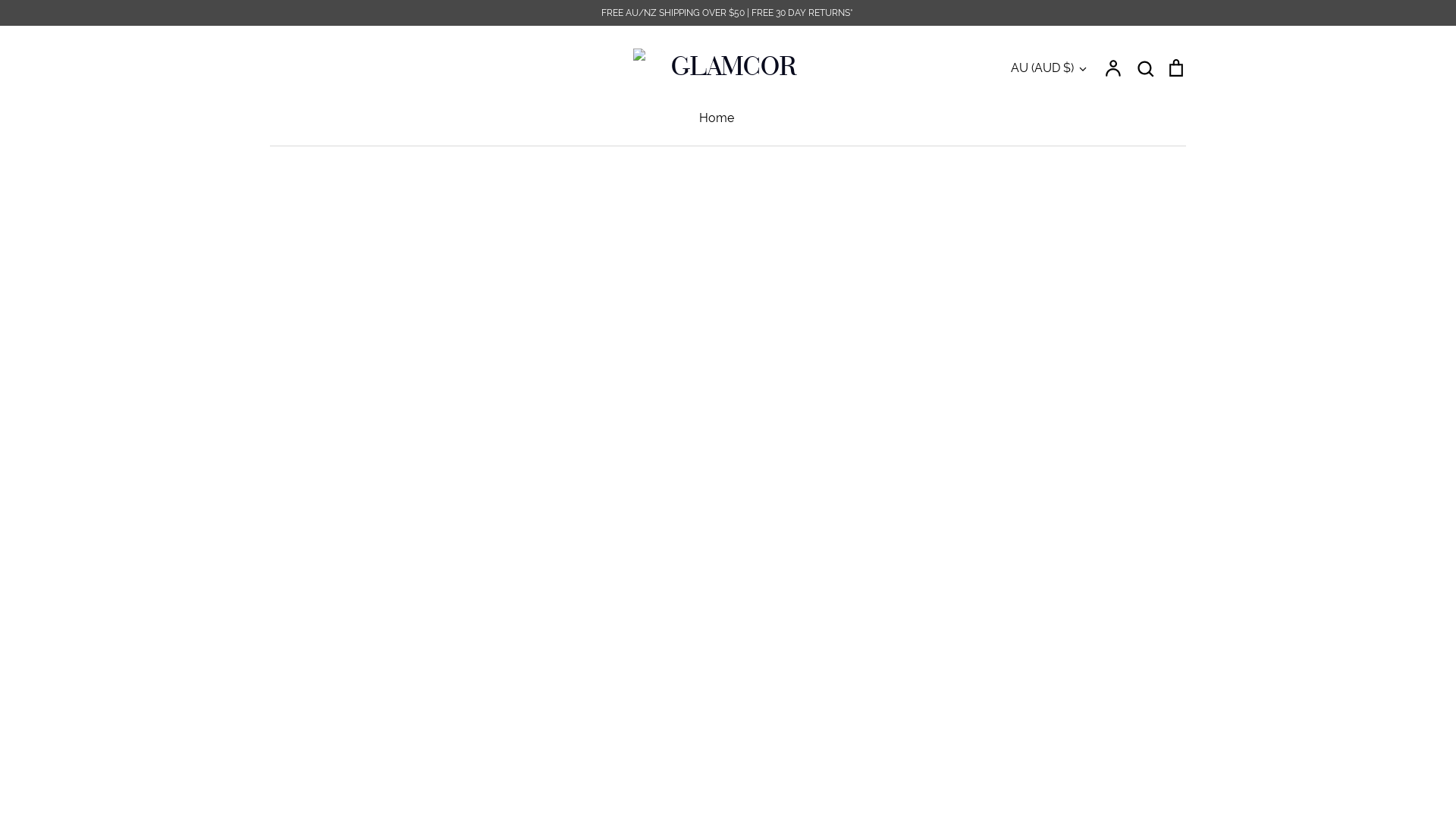 This screenshot has width=1456, height=819. Describe the element at coordinates (716, 117) in the screenshot. I see `'Home'` at that location.